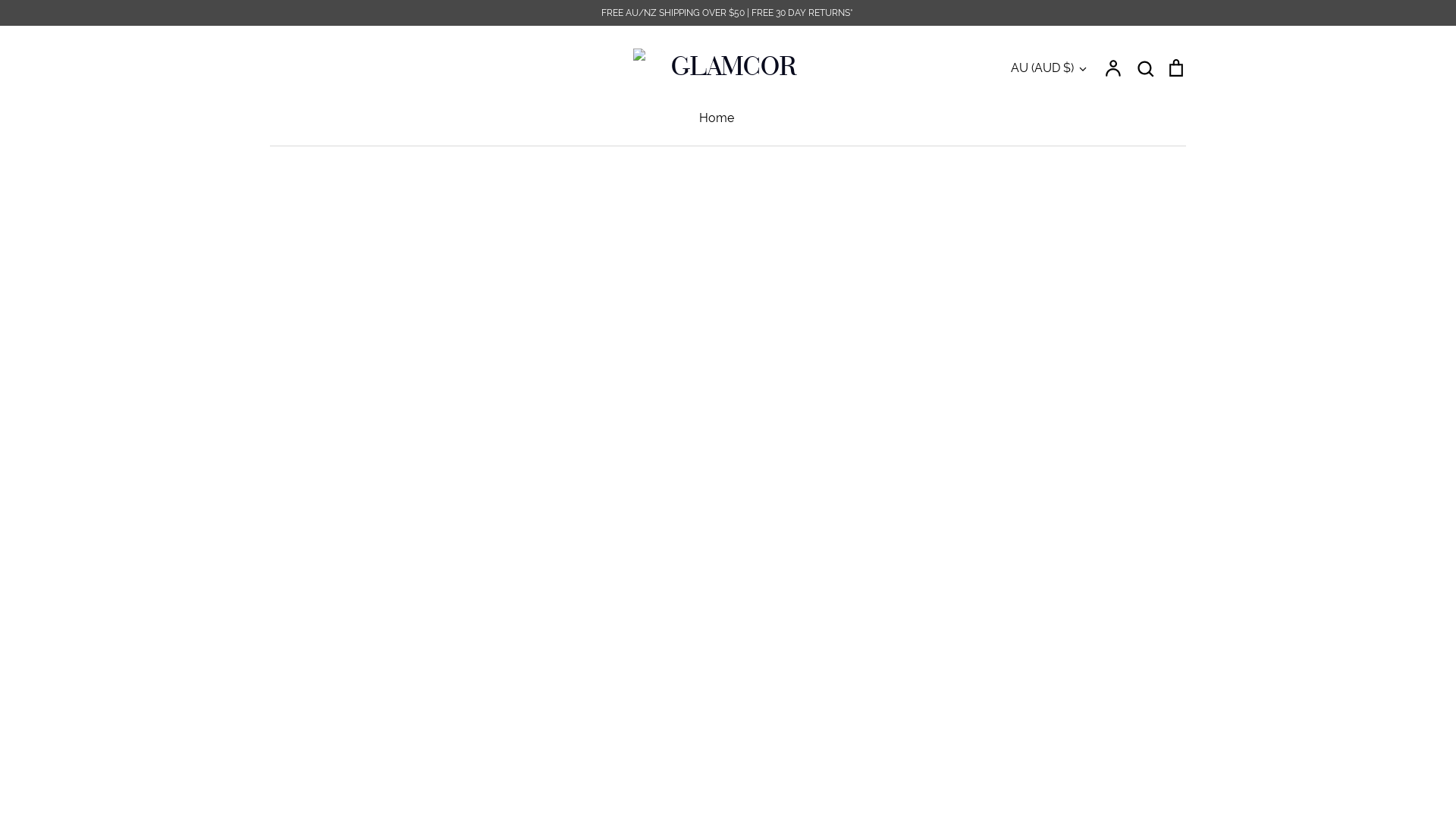 This screenshot has width=1456, height=819. Describe the element at coordinates (716, 117) in the screenshot. I see `'Home'` at that location.